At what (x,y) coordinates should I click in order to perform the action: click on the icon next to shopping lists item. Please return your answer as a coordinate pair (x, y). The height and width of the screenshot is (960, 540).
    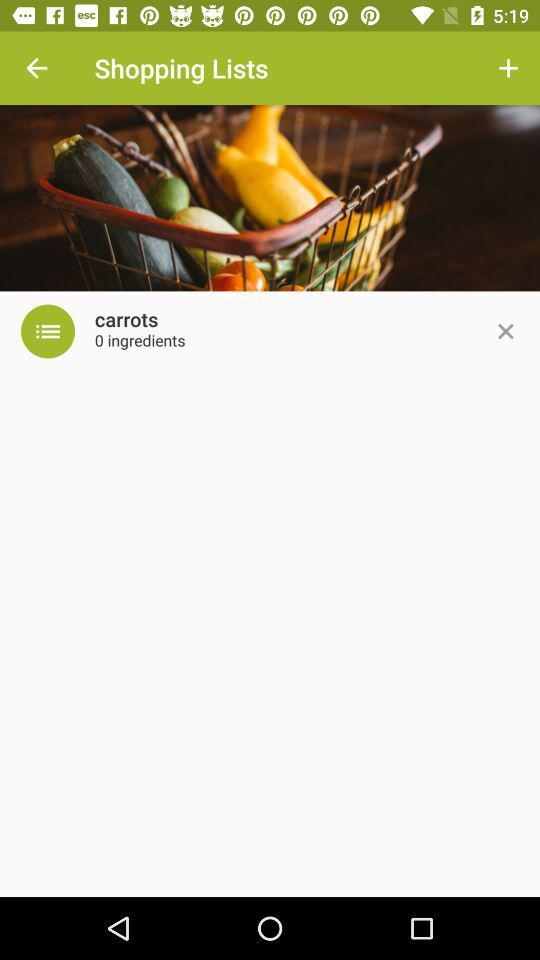
    Looking at the image, I should click on (36, 68).